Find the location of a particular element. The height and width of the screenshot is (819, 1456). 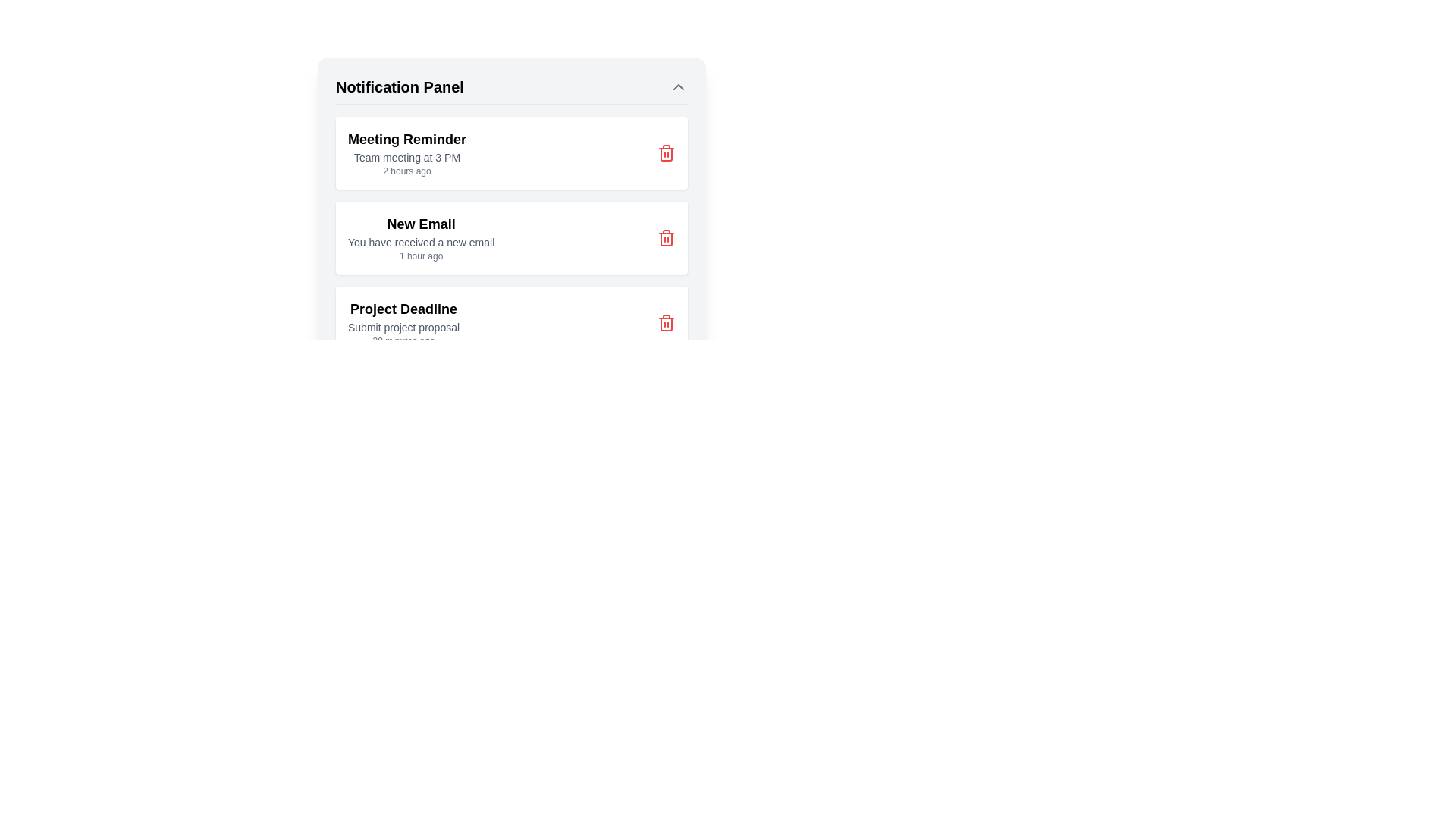

the text label displaying '30 minutes ago' located beneath 'Submit project proposal' in the 'Project Deadline' notification block is located at coordinates (403, 341).